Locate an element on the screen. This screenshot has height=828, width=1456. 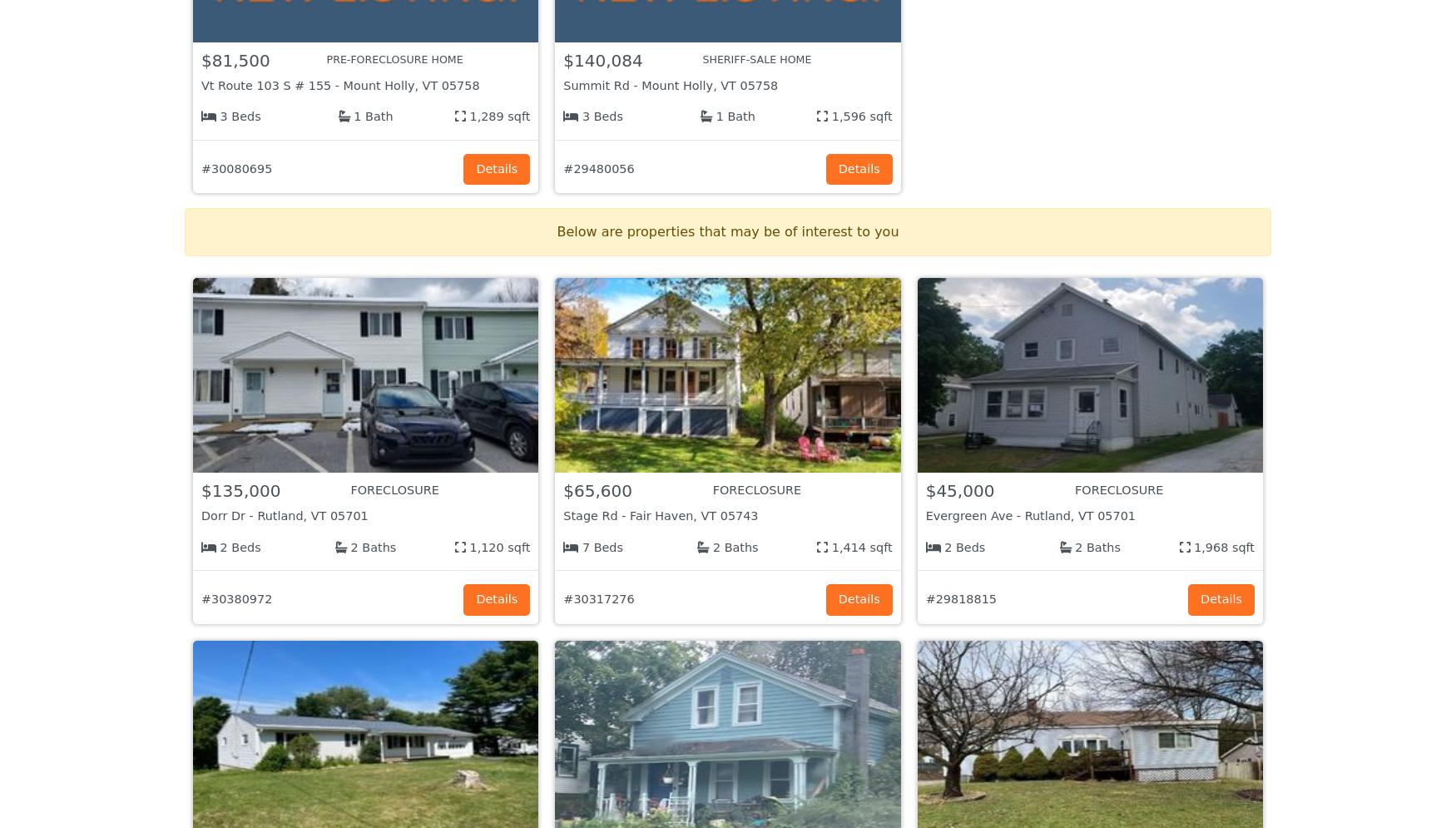
'Mount Holly Foreclosures by Zip Codes' is located at coordinates (369, 486).